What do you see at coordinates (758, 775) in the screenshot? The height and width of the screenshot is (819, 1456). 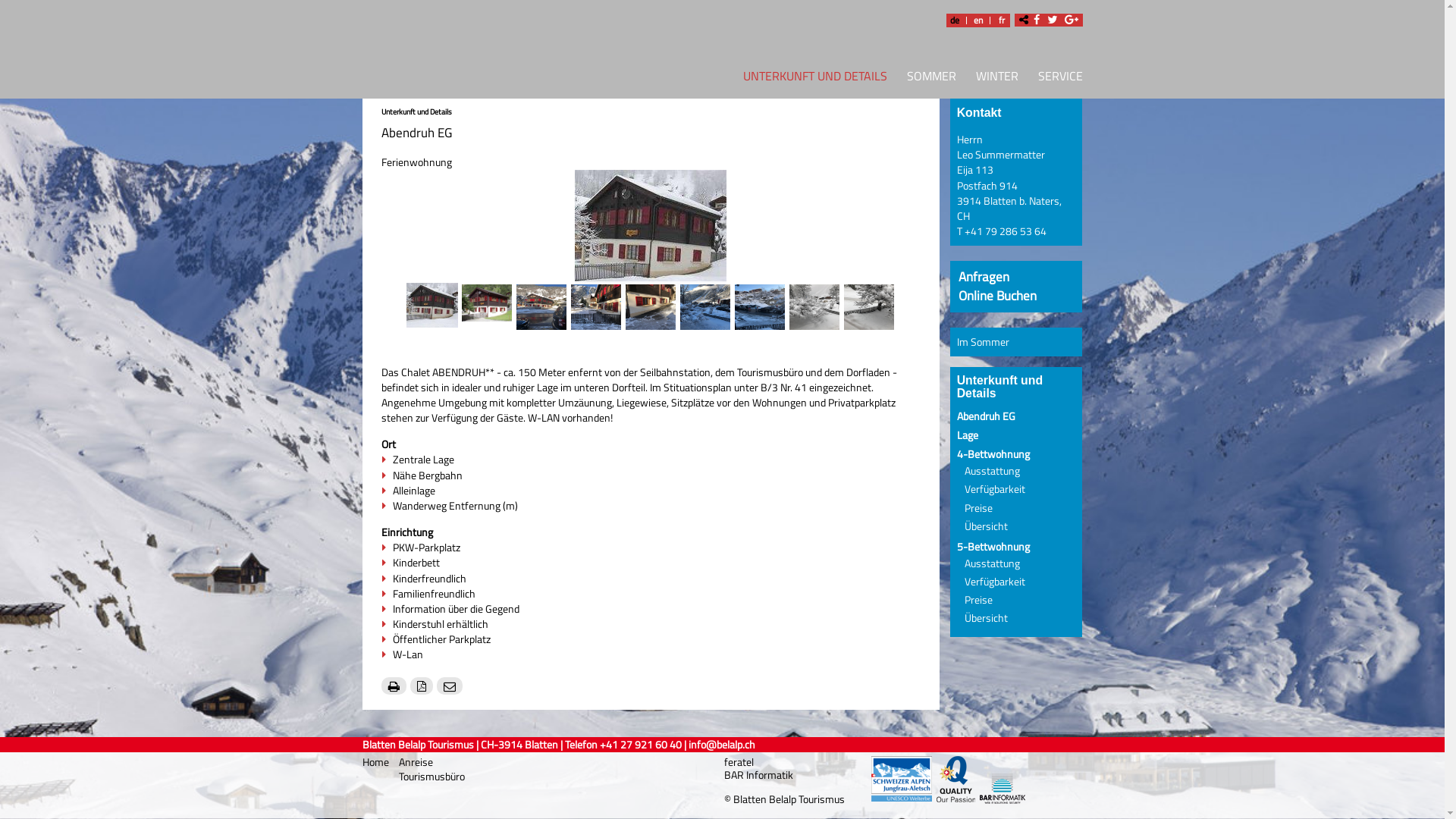 I see `'BAR Informatik'` at bounding box center [758, 775].